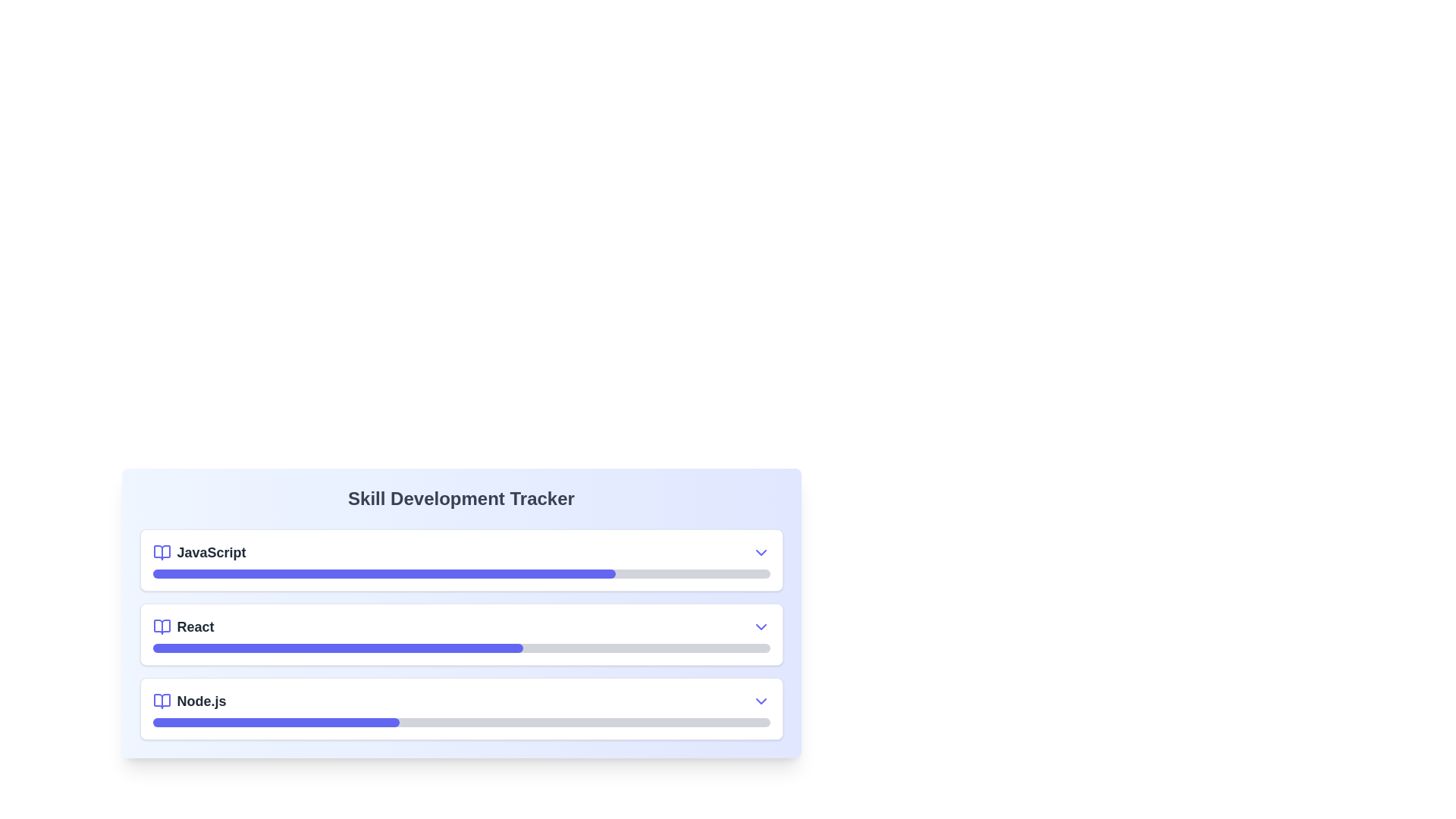  Describe the element at coordinates (162, 701) in the screenshot. I see `the indigo open book icon at the beginning of the 'Node.js' skill entry row in the skill tracker interface` at that location.